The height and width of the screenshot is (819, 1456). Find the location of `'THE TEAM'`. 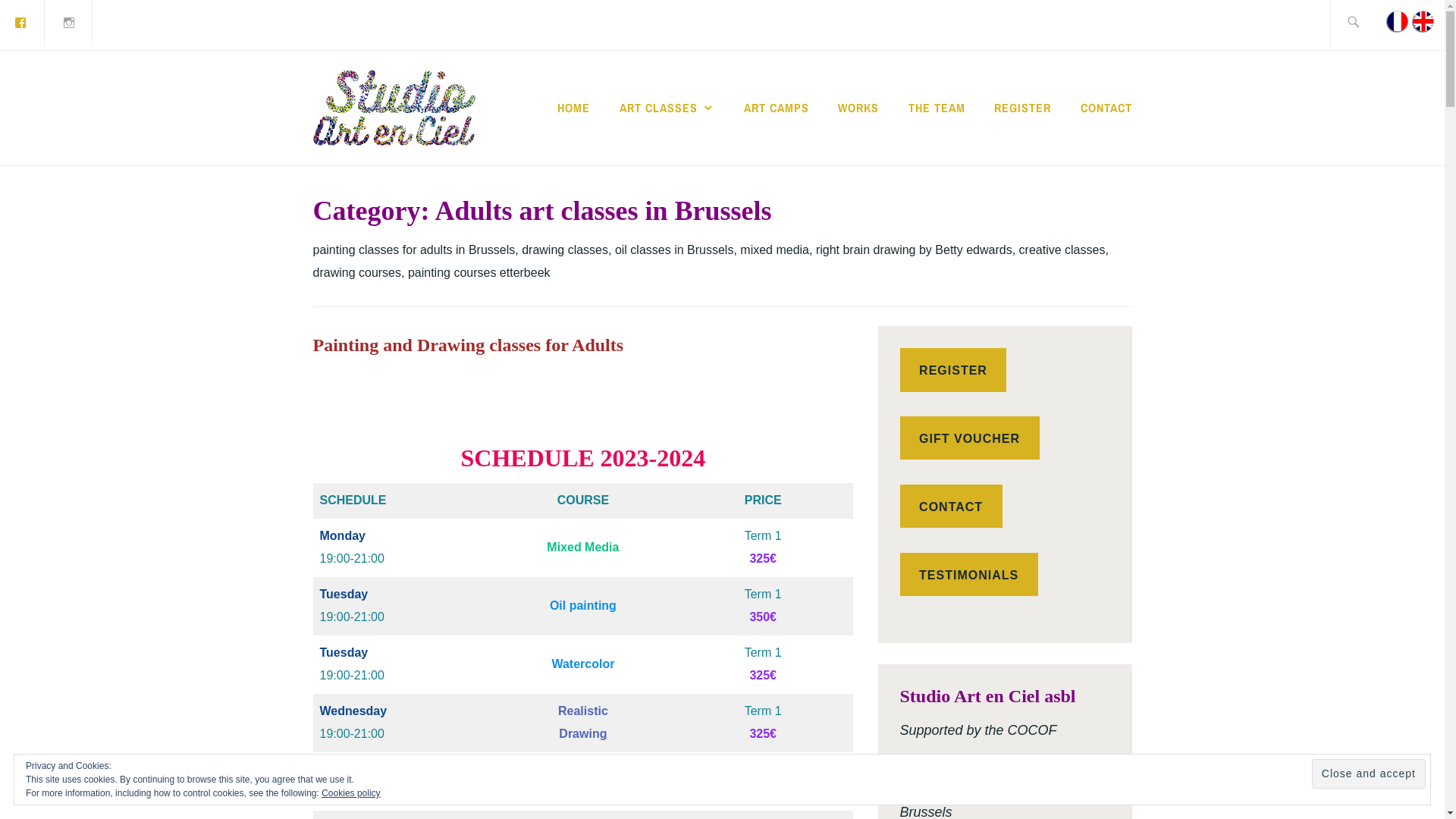

'THE TEAM' is located at coordinates (936, 107).